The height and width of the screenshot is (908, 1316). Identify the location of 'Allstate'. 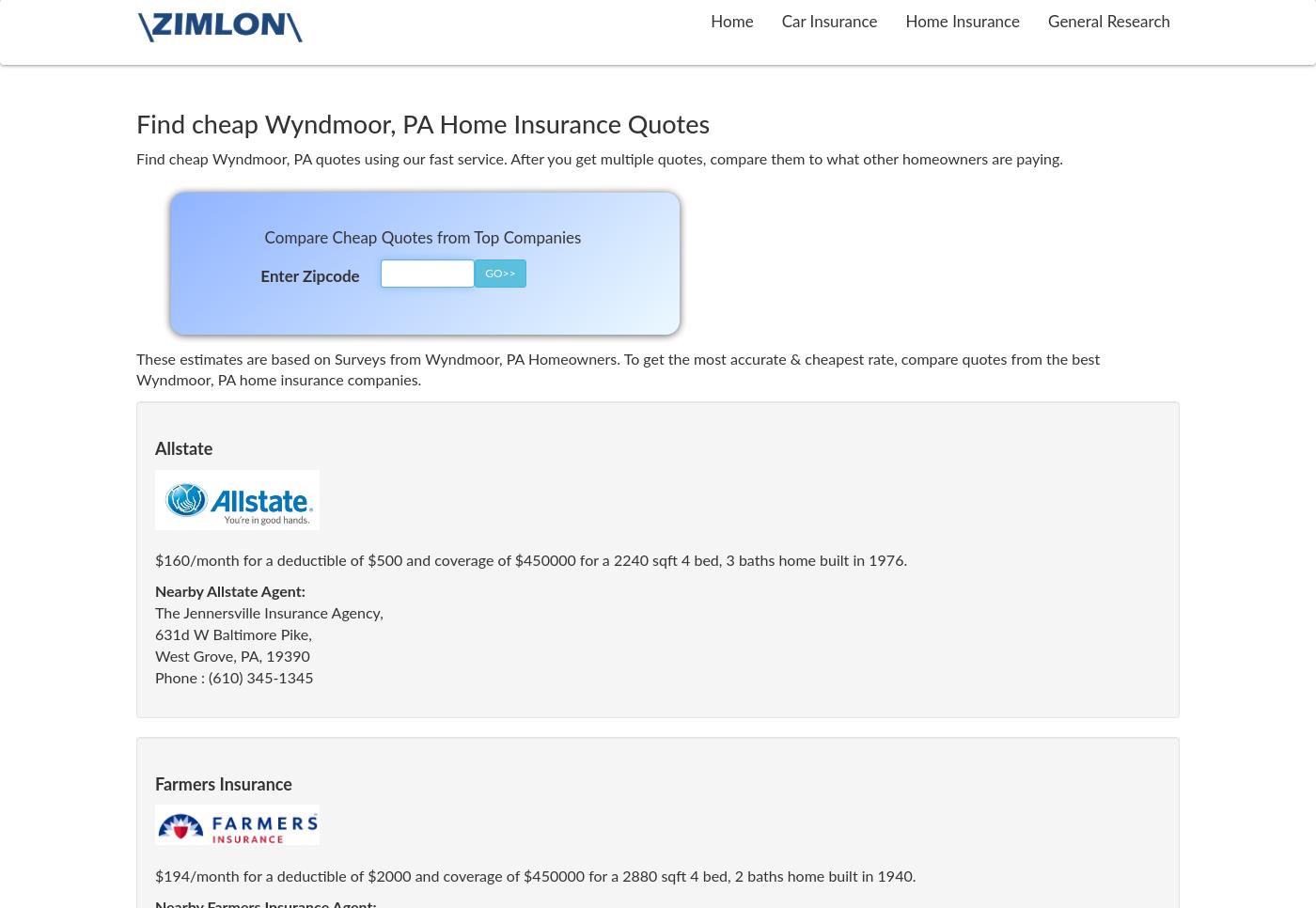
(183, 450).